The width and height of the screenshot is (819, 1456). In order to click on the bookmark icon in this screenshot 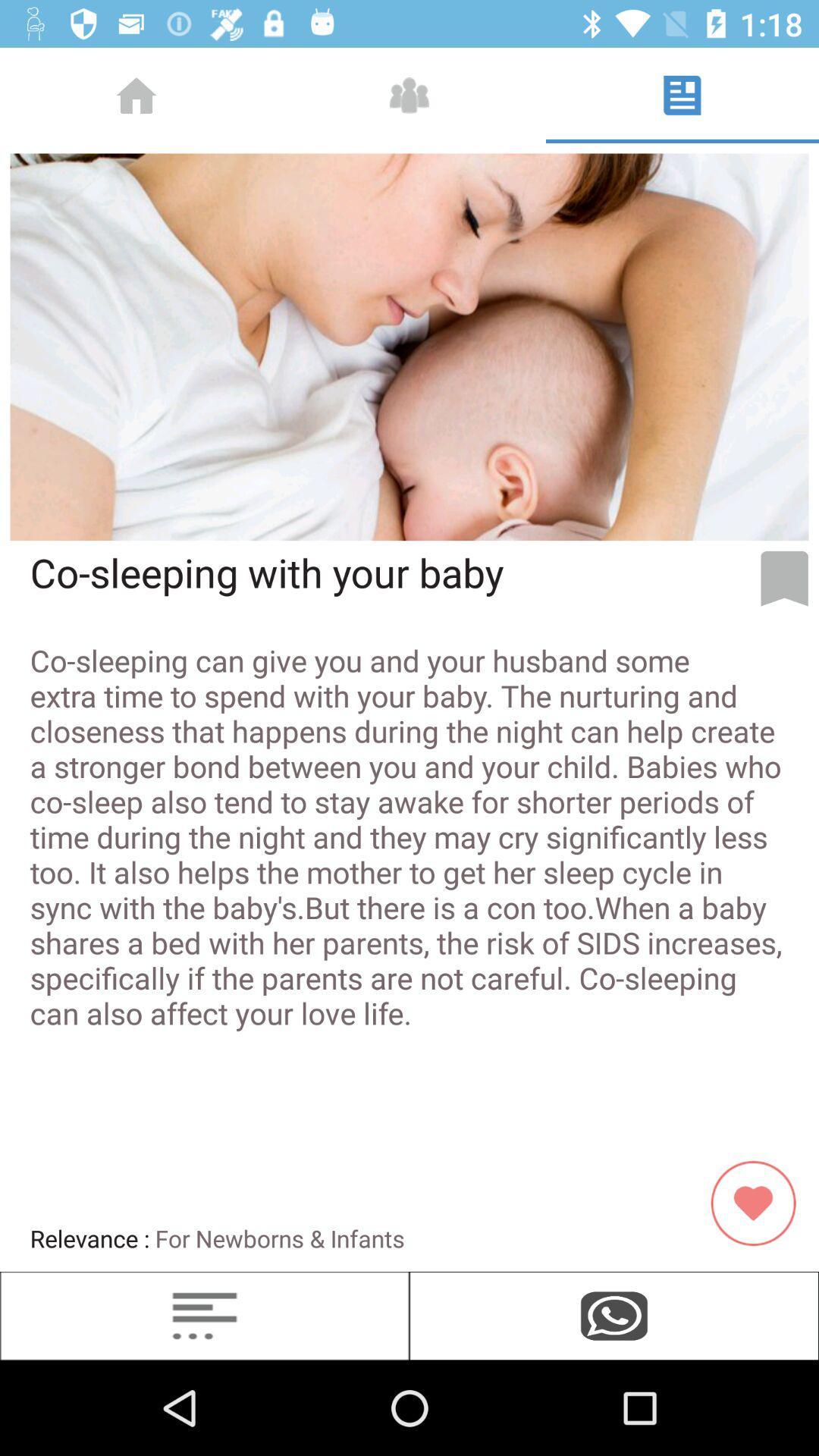, I will do `click(784, 578)`.